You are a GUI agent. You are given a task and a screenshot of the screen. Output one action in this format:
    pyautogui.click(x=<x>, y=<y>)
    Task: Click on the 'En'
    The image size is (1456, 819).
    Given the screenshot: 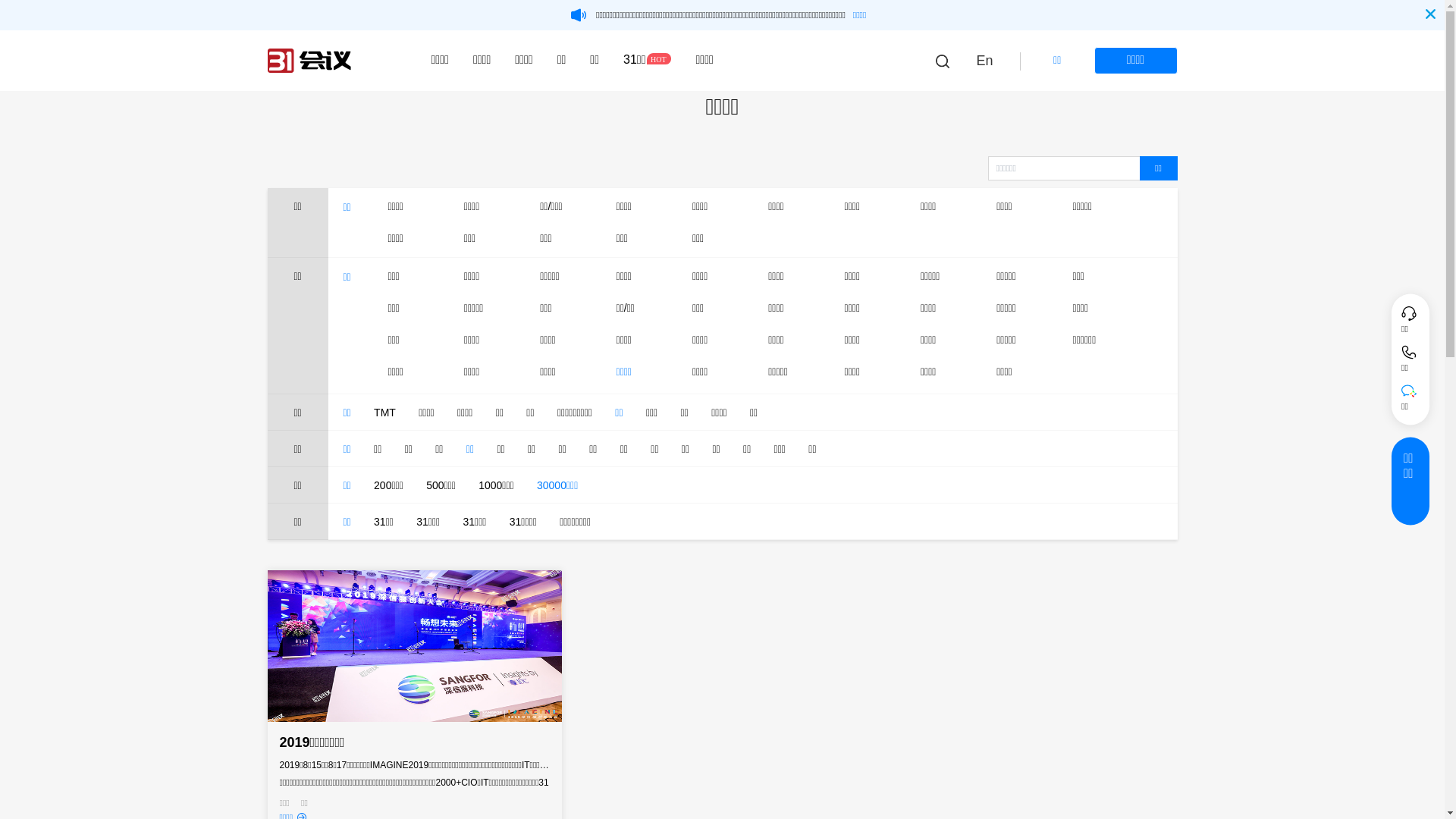 What is the action you would take?
    pyautogui.click(x=984, y=60)
    